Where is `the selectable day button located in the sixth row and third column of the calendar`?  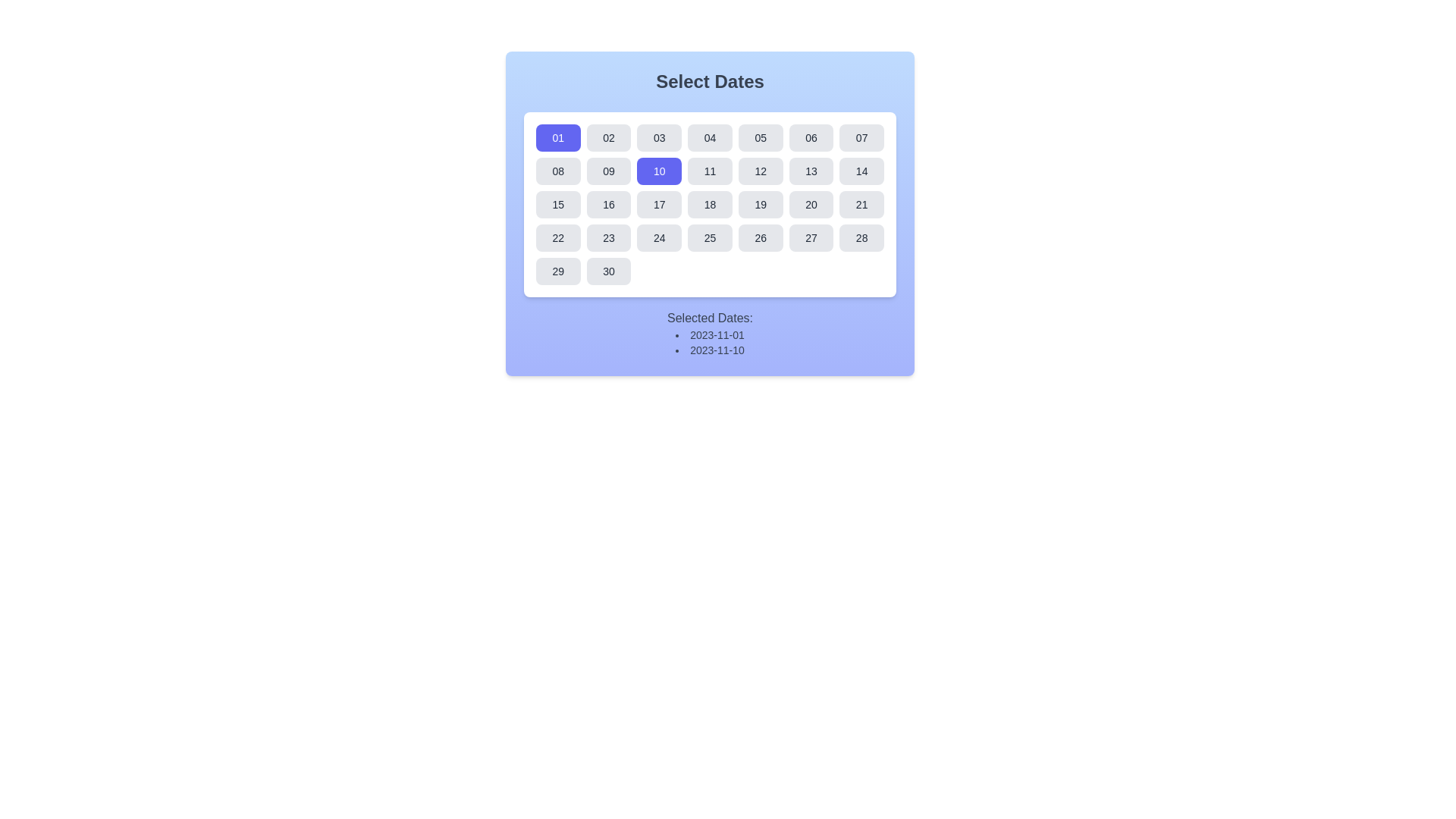 the selectable day button located in the sixth row and third column of the calendar is located at coordinates (861, 205).